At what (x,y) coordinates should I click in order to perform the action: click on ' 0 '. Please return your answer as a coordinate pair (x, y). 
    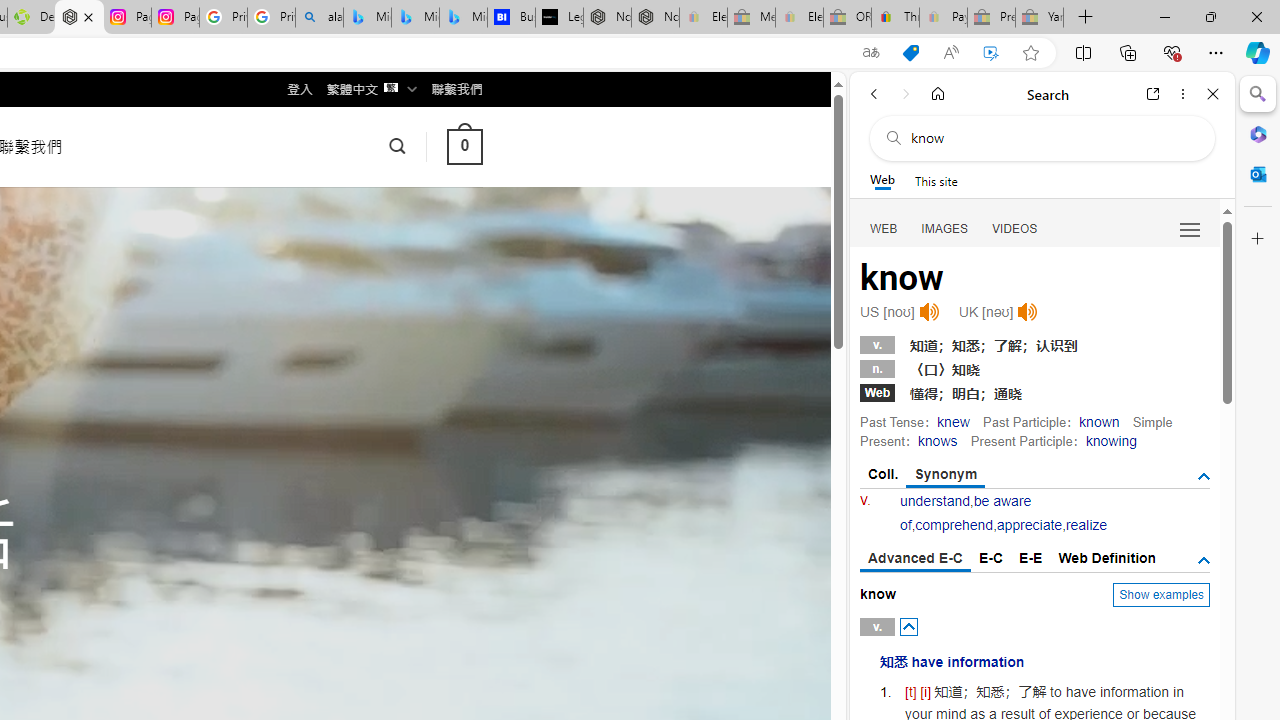
    Looking at the image, I should click on (463, 145).